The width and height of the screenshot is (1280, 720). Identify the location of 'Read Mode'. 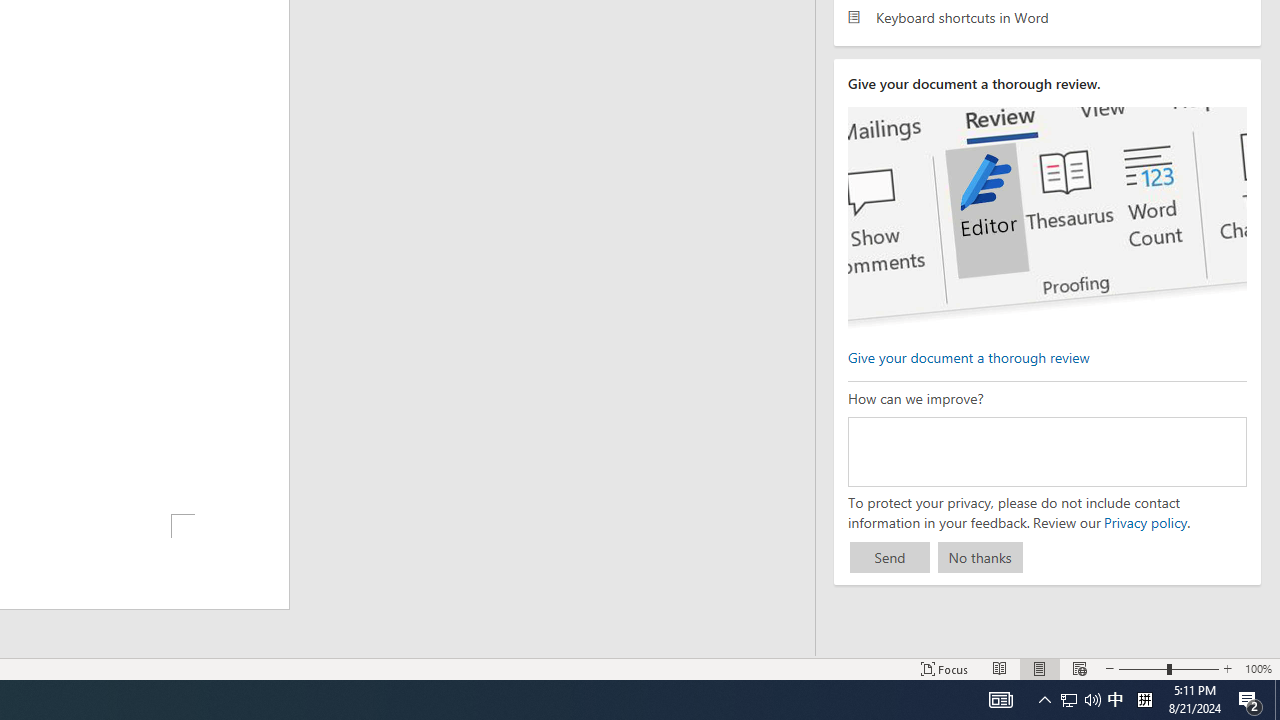
(1000, 669).